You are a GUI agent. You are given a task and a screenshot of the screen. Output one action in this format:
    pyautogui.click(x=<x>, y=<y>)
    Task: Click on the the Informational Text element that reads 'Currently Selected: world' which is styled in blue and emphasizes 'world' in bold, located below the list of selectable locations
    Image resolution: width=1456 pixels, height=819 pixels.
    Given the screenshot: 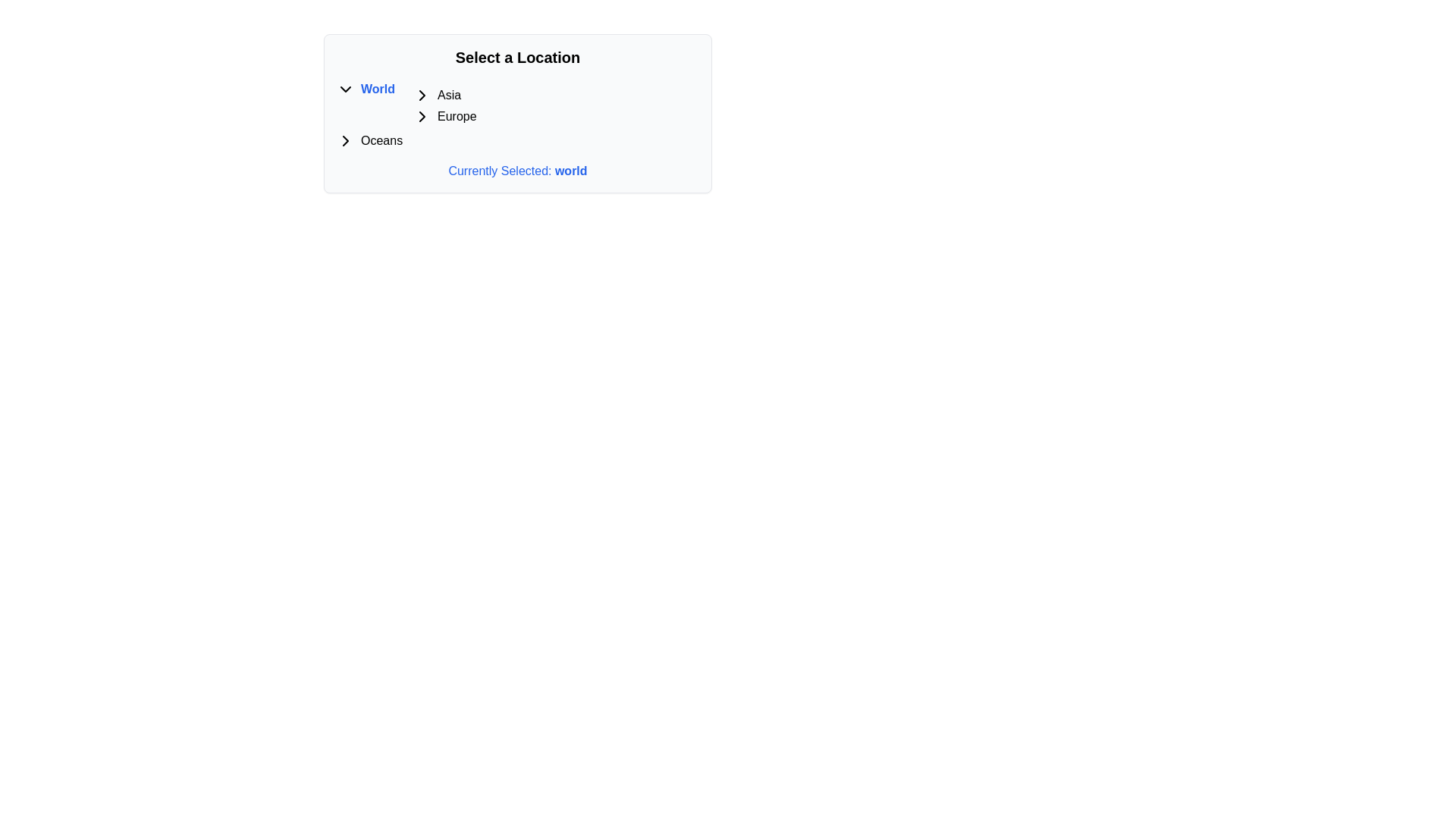 What is the action you would take?
    pyautogui.click(x=517, y=171)
    